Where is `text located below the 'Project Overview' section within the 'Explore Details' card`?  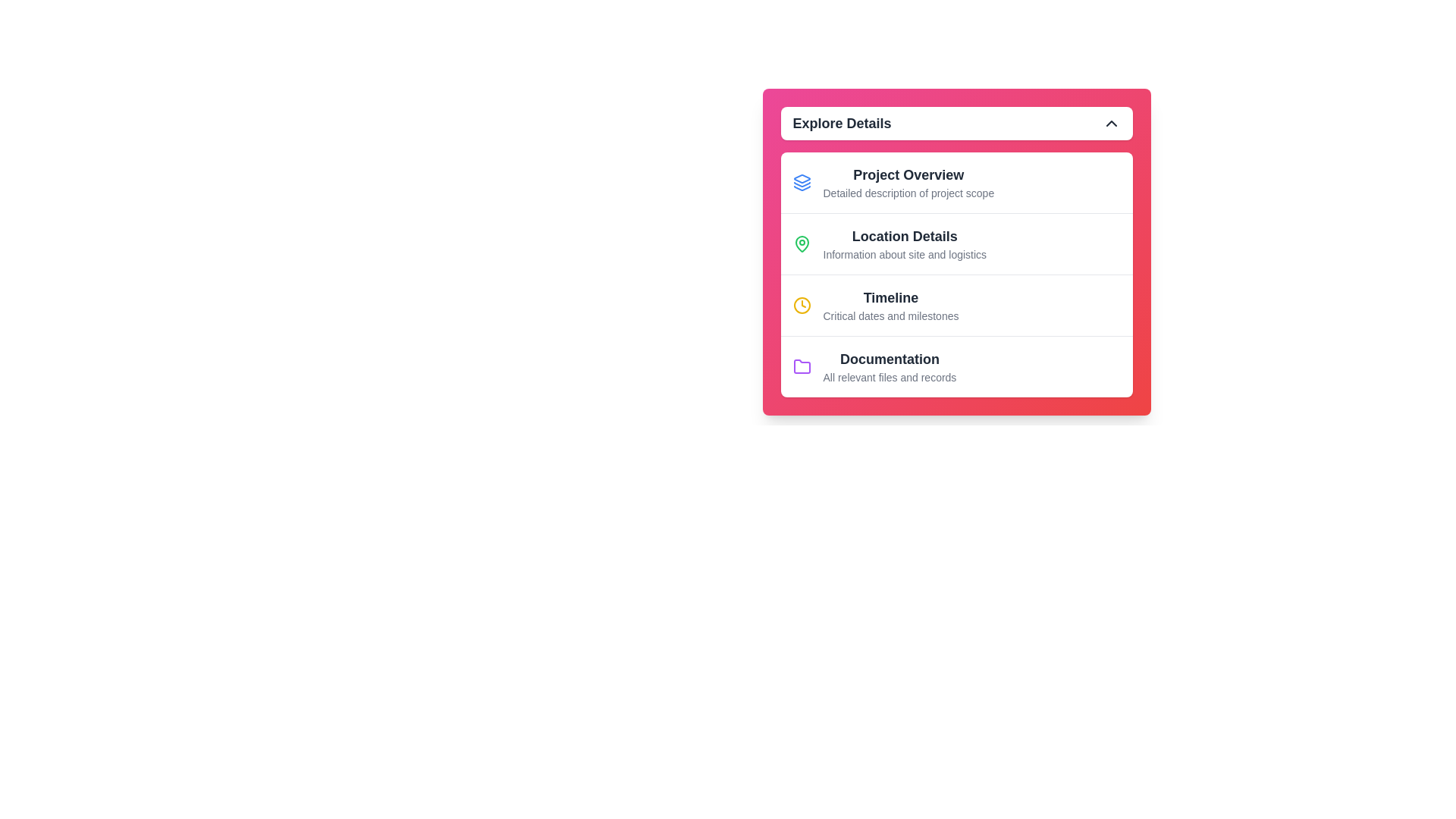 text located below the 'Project Overview' section within the 'Explore Details' card is located at coordinates (908, 192).